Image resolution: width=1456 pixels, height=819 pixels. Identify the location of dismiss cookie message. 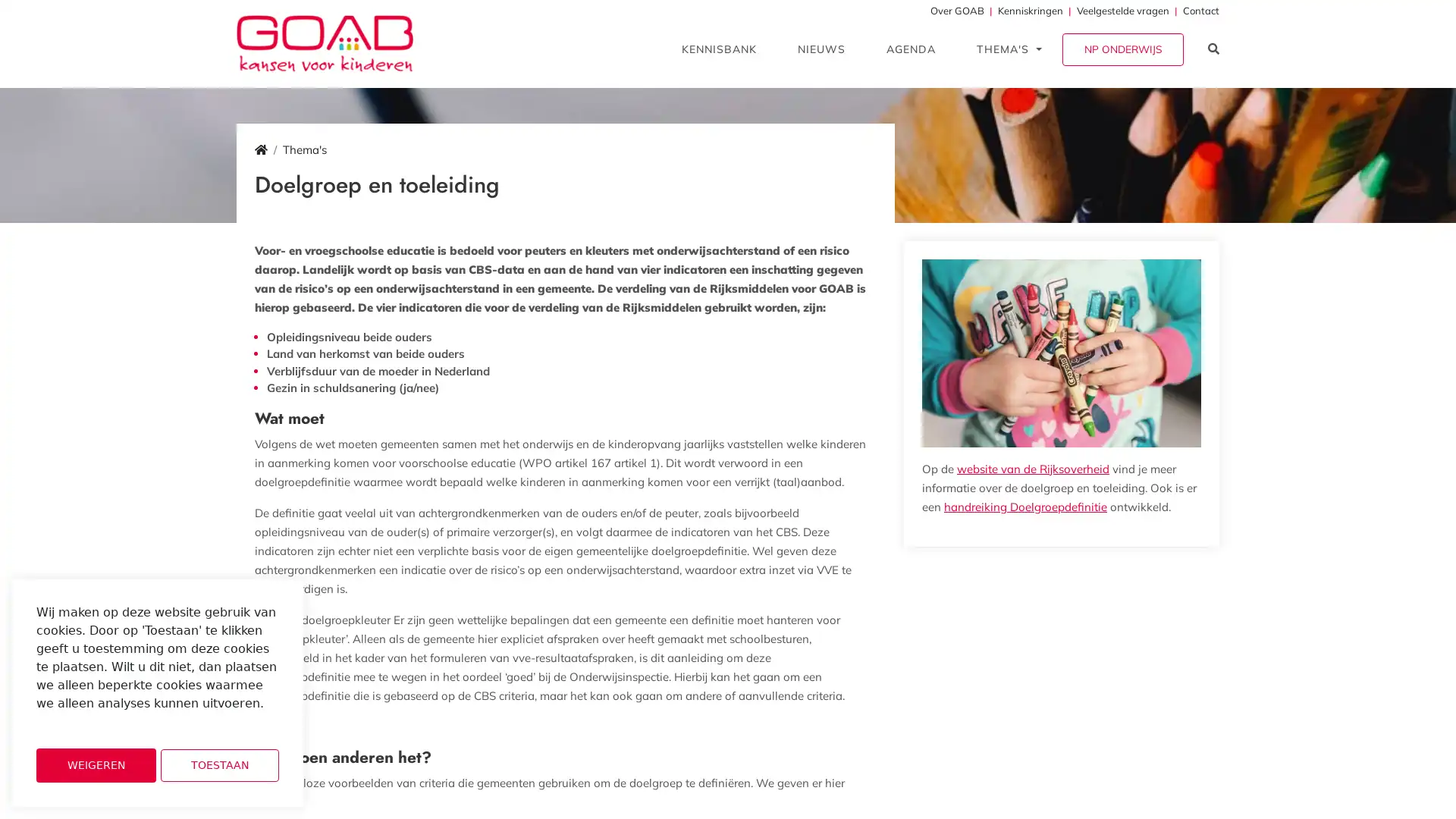
(95, 765).